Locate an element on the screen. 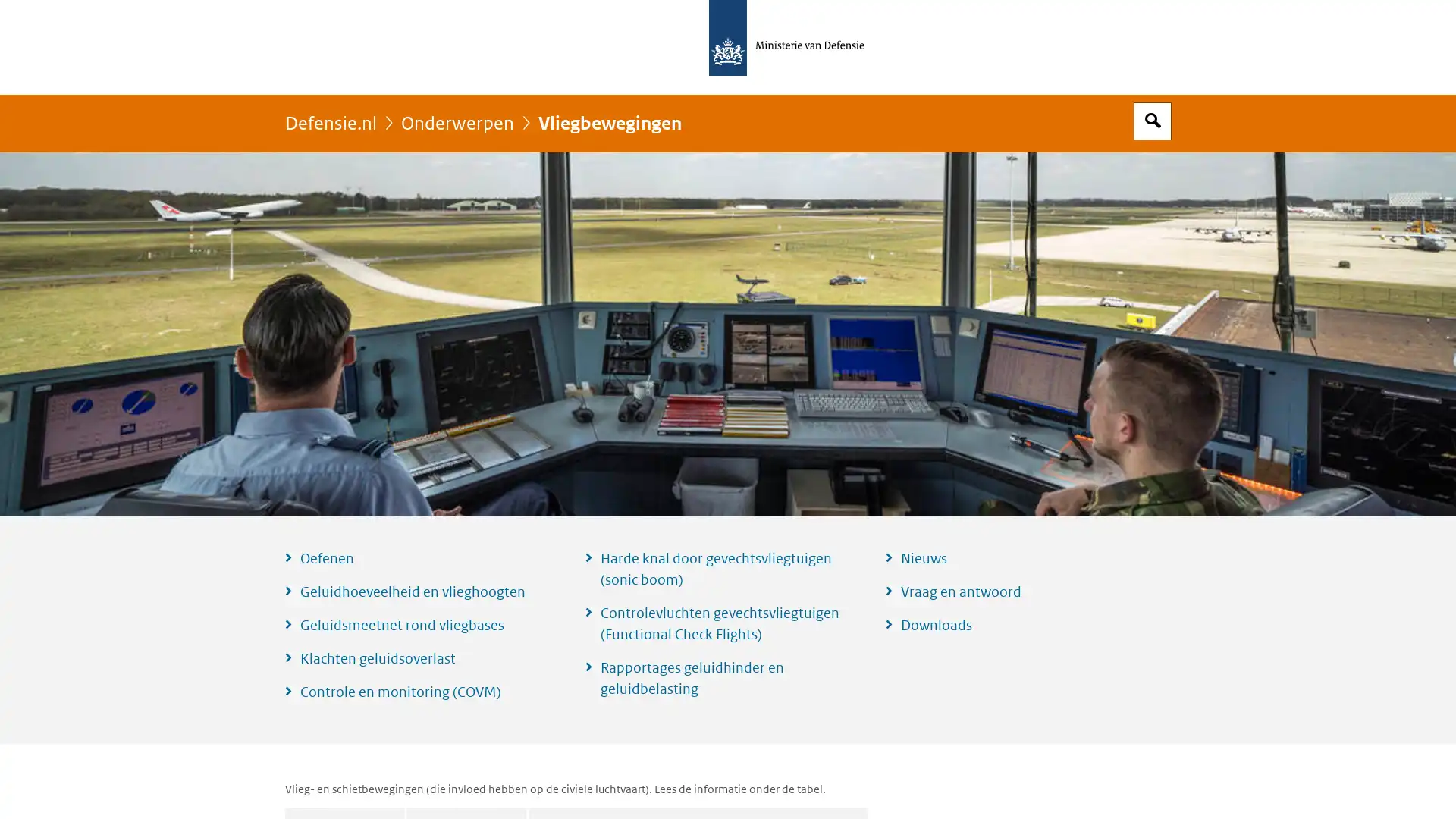 This screenshot has height=819, width=1456. Open zoekveld is located at coordinates (1153, 120).